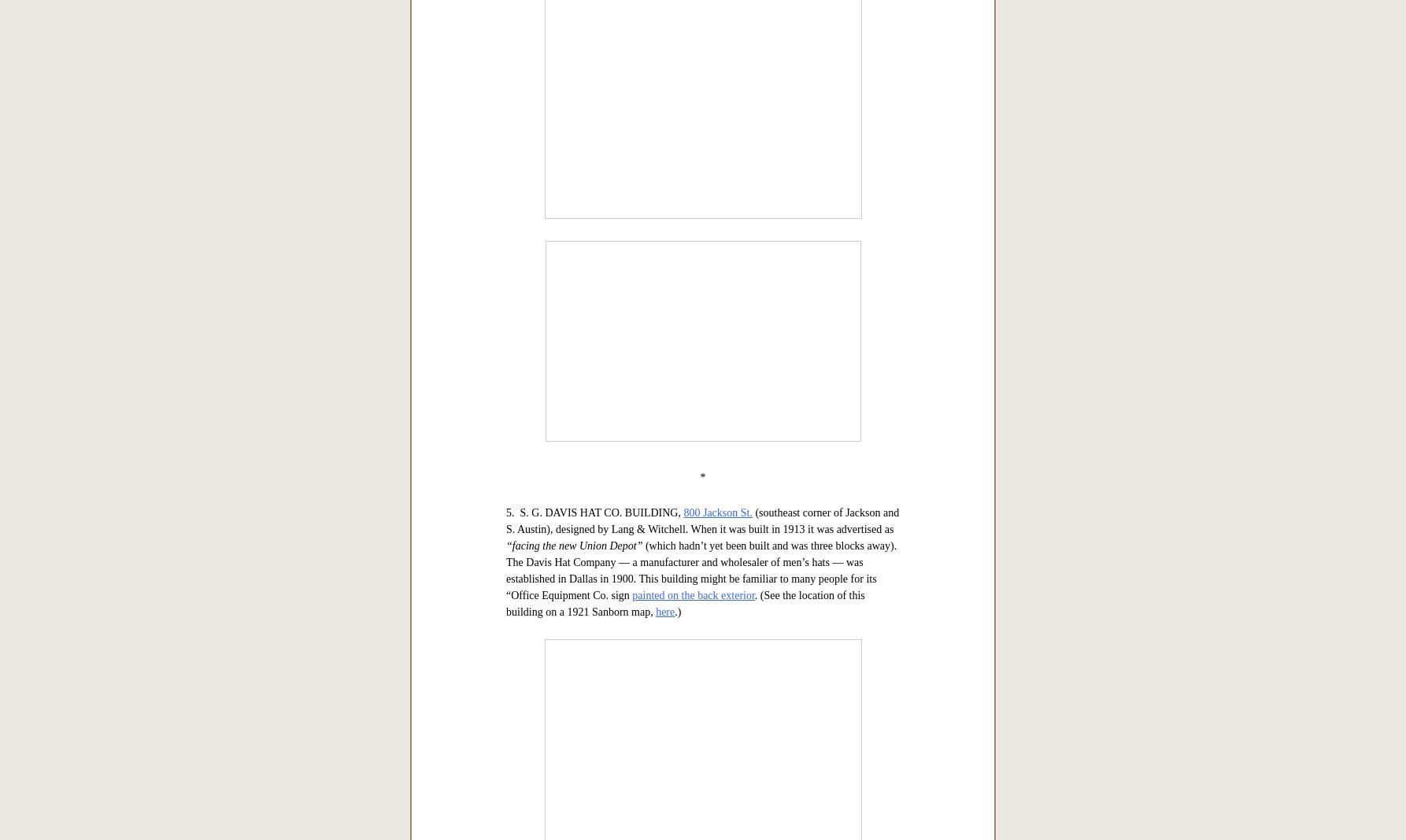 The height and width of the screenshot is (840, 1406). I want to click on '“the greatest and largest interior cotton market in the world, handling cotton worth $100,000,000 per year”', so click(689, 287).